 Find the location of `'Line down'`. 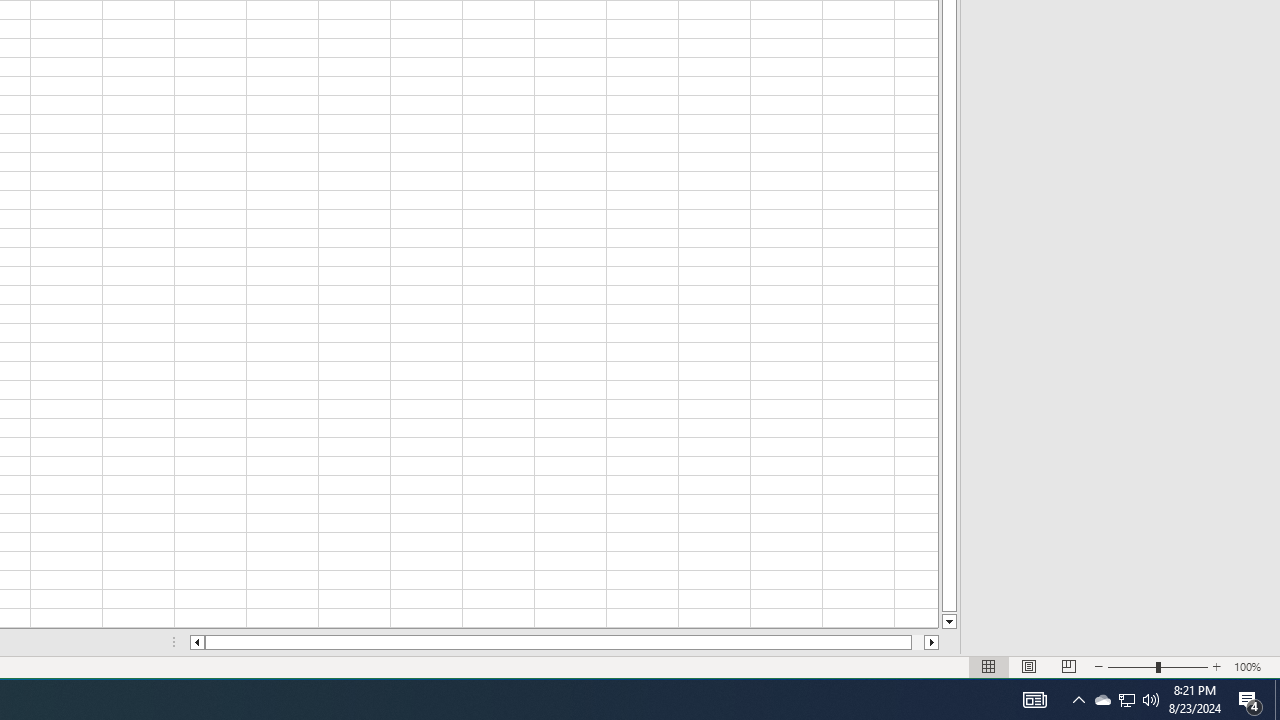

'Line down' is located at coordinates (948, 621).